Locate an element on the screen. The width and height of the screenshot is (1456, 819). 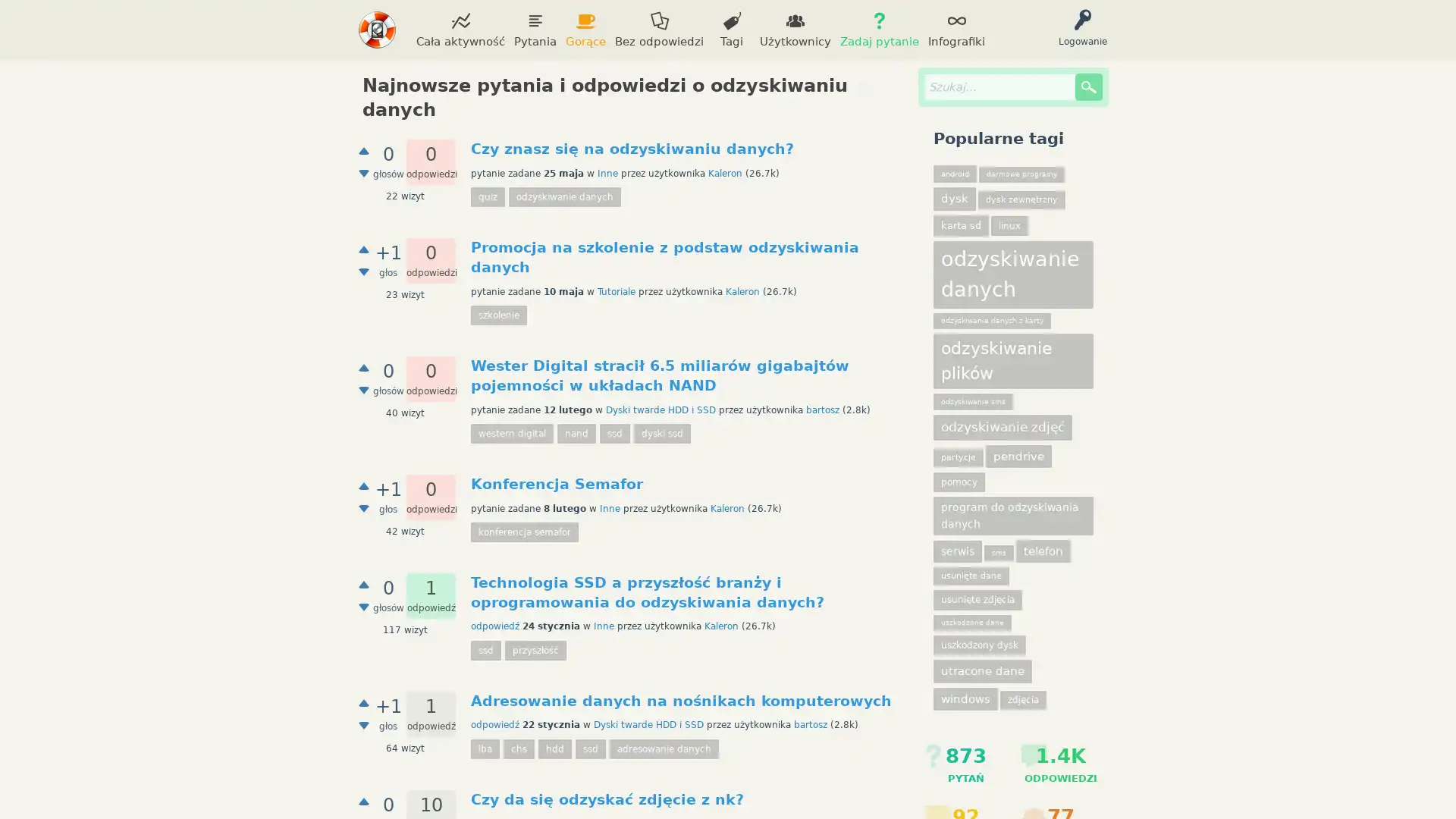
+ is located at coordinates (364, 368).